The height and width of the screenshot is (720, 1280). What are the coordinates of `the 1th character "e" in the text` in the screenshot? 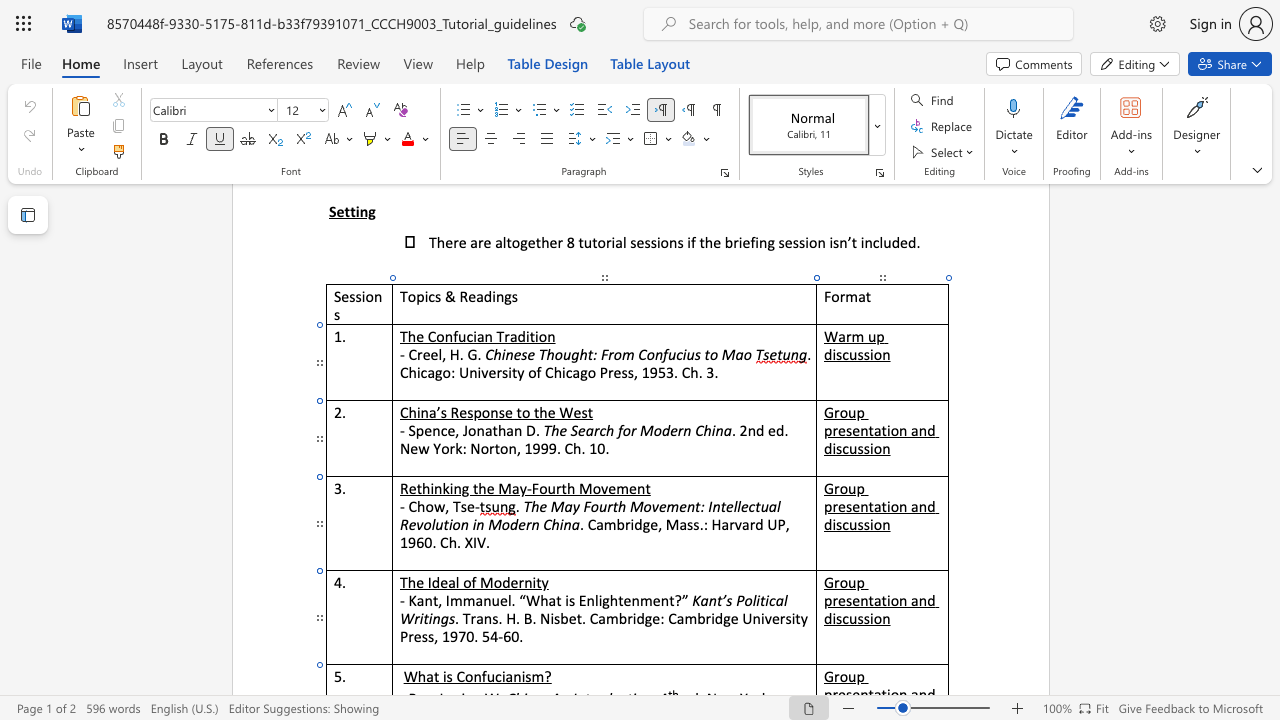 It's located at (503, 599).